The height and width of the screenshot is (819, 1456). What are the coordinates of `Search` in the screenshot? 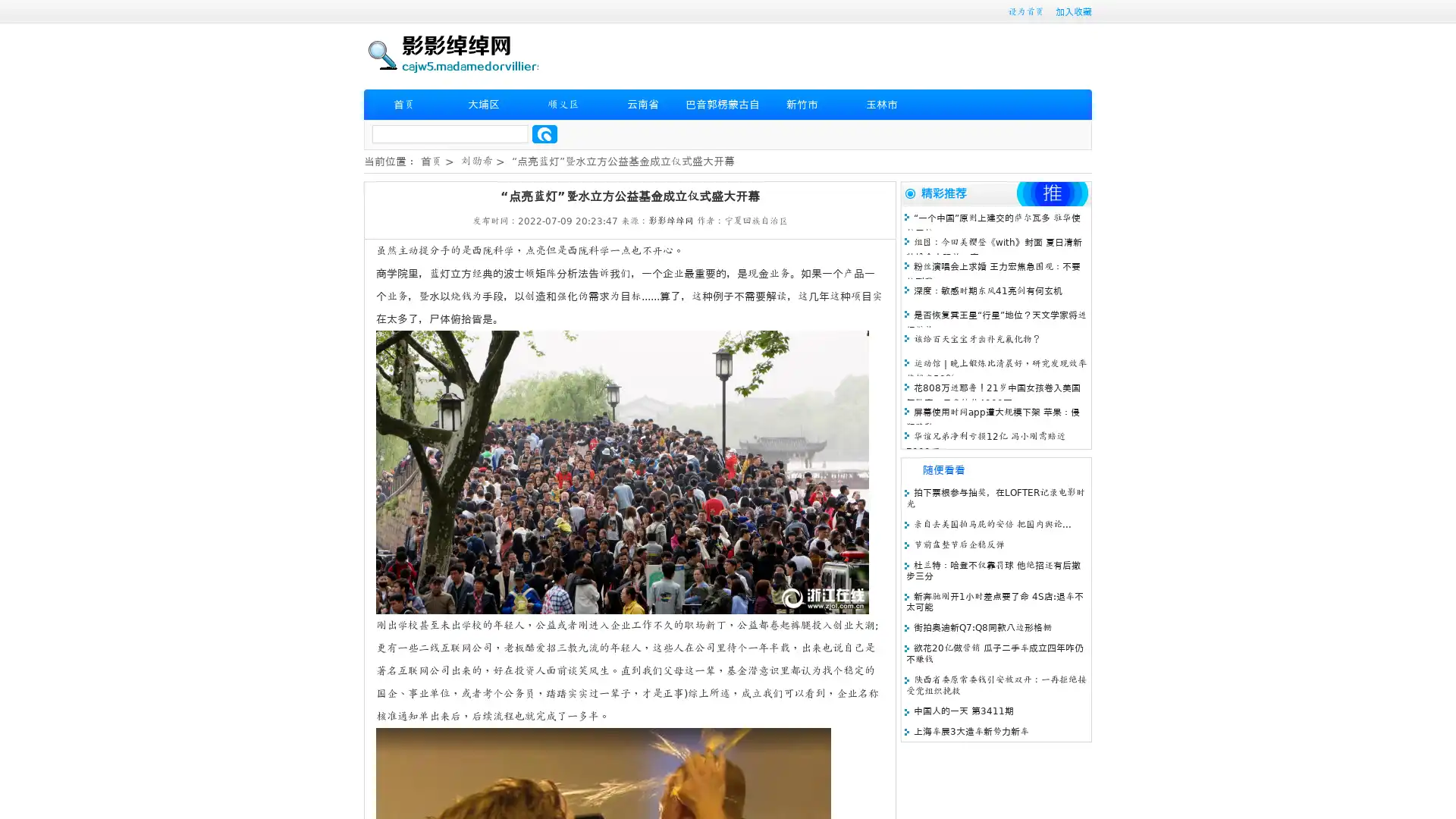 It's located at (544, 133).